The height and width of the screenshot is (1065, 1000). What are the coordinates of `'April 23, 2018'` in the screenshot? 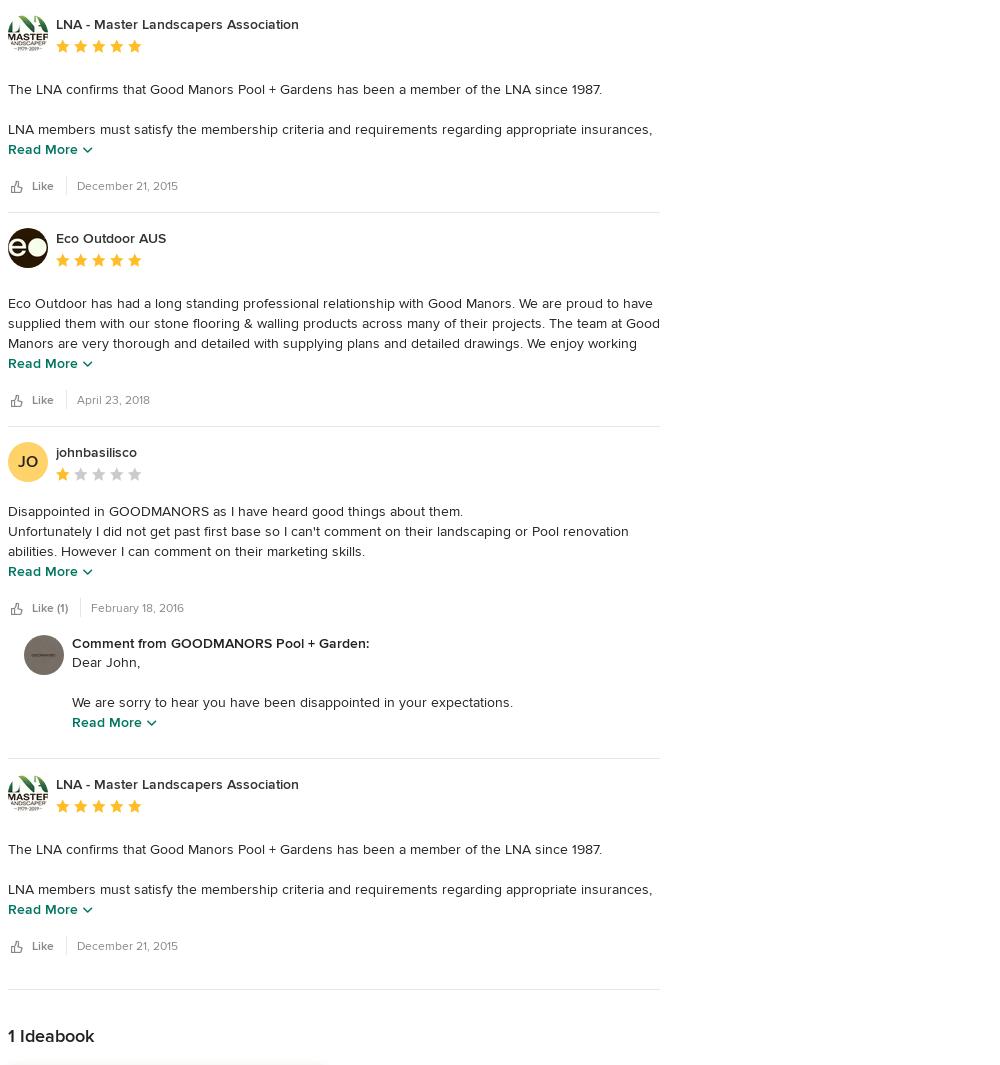 It's located at (112, 399).